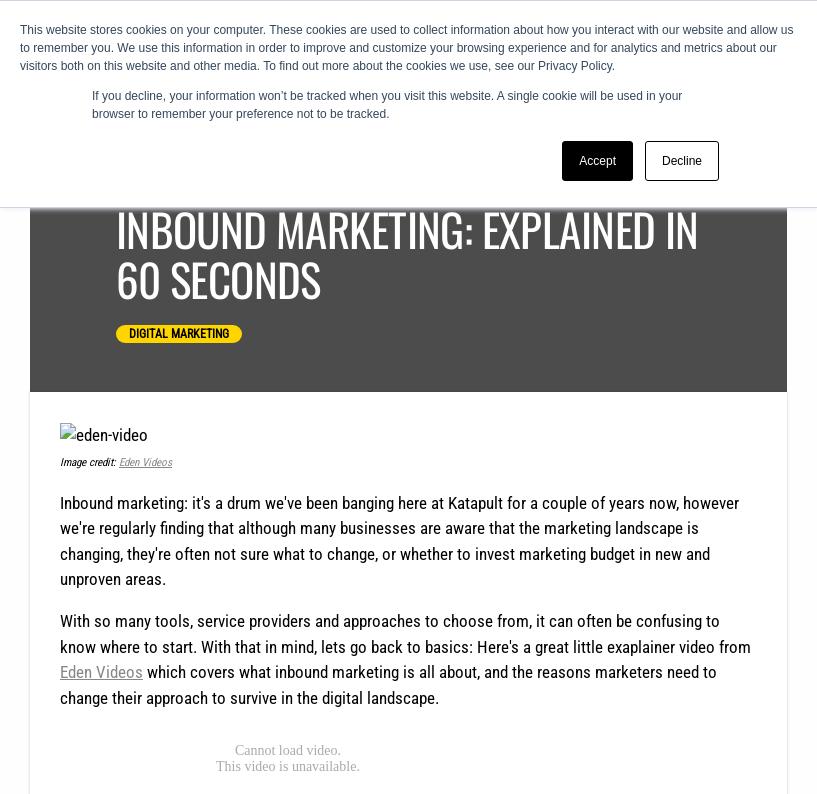 The image size is (817, 794). I want to click on 'By', so click(186, 176).